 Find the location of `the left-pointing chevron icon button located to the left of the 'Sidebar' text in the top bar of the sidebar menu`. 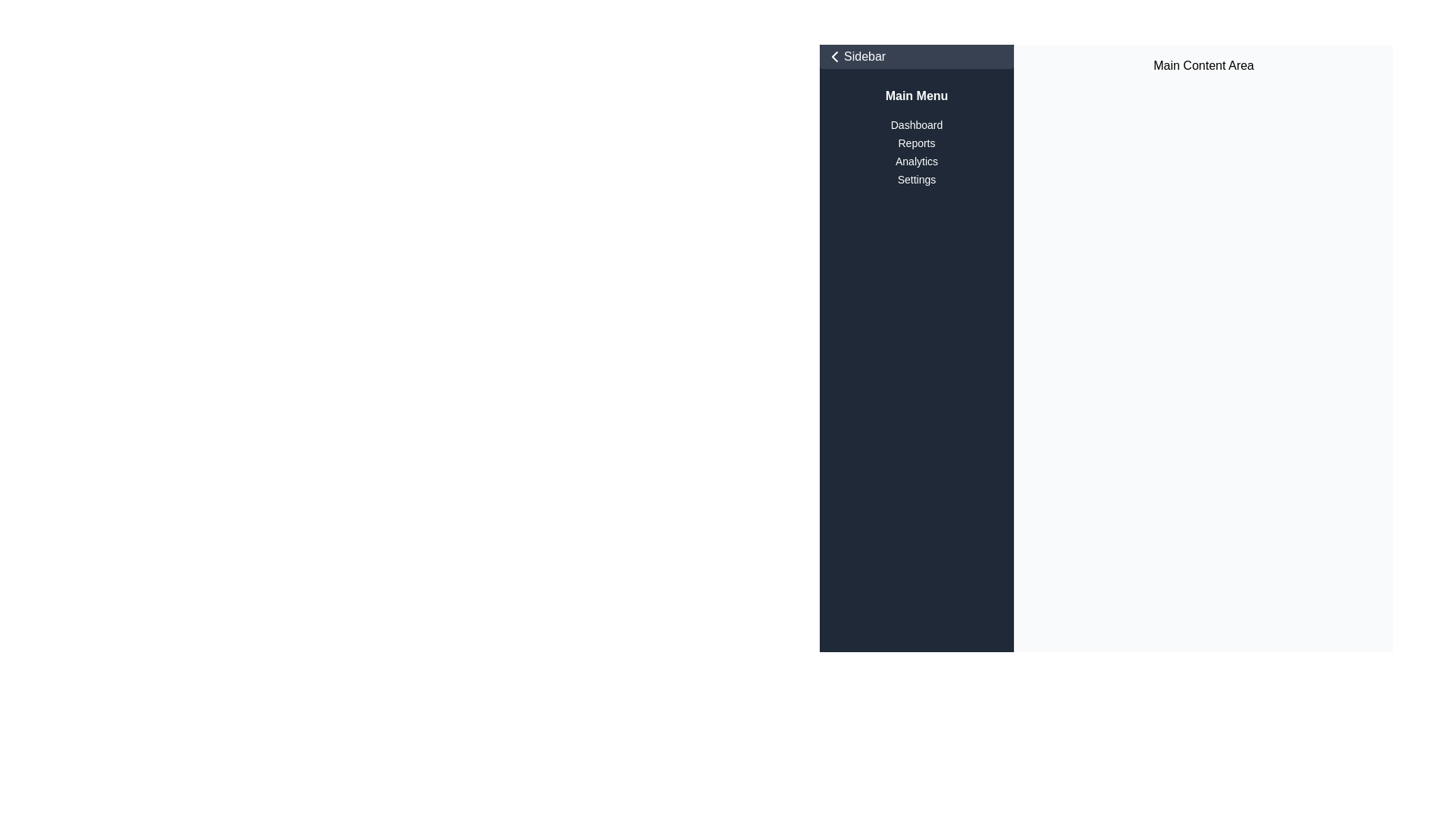

the left-pointing chevron icon button located to the left of the 'Sidebar' text in the top bar of the sidebar menu is located at coordinates (833, 55).